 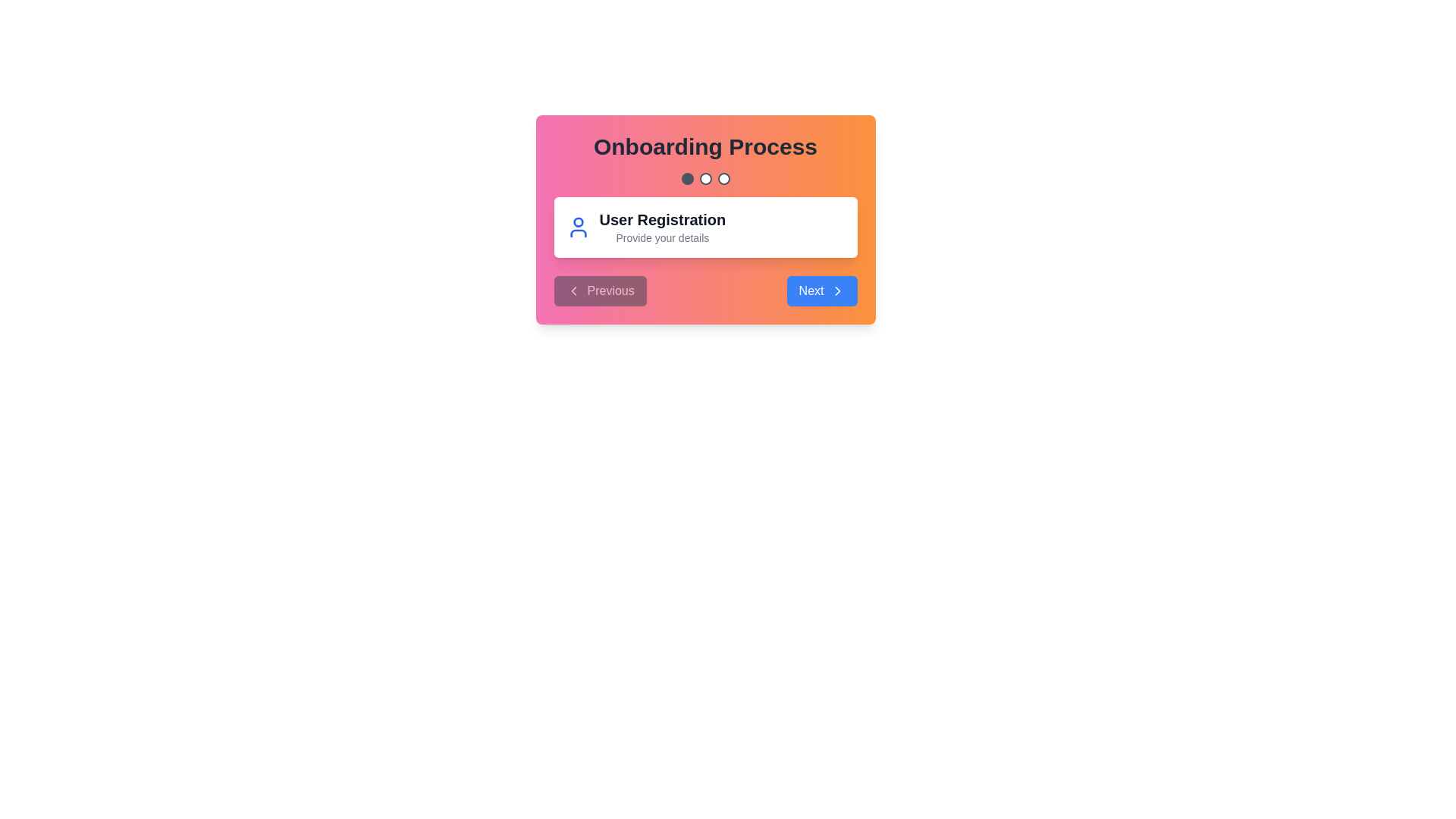 I want to click on the leftmost progress indicator dot in the onboarding process card, which visually represents the current step in a multi-step process, so click(x=686, y=177).